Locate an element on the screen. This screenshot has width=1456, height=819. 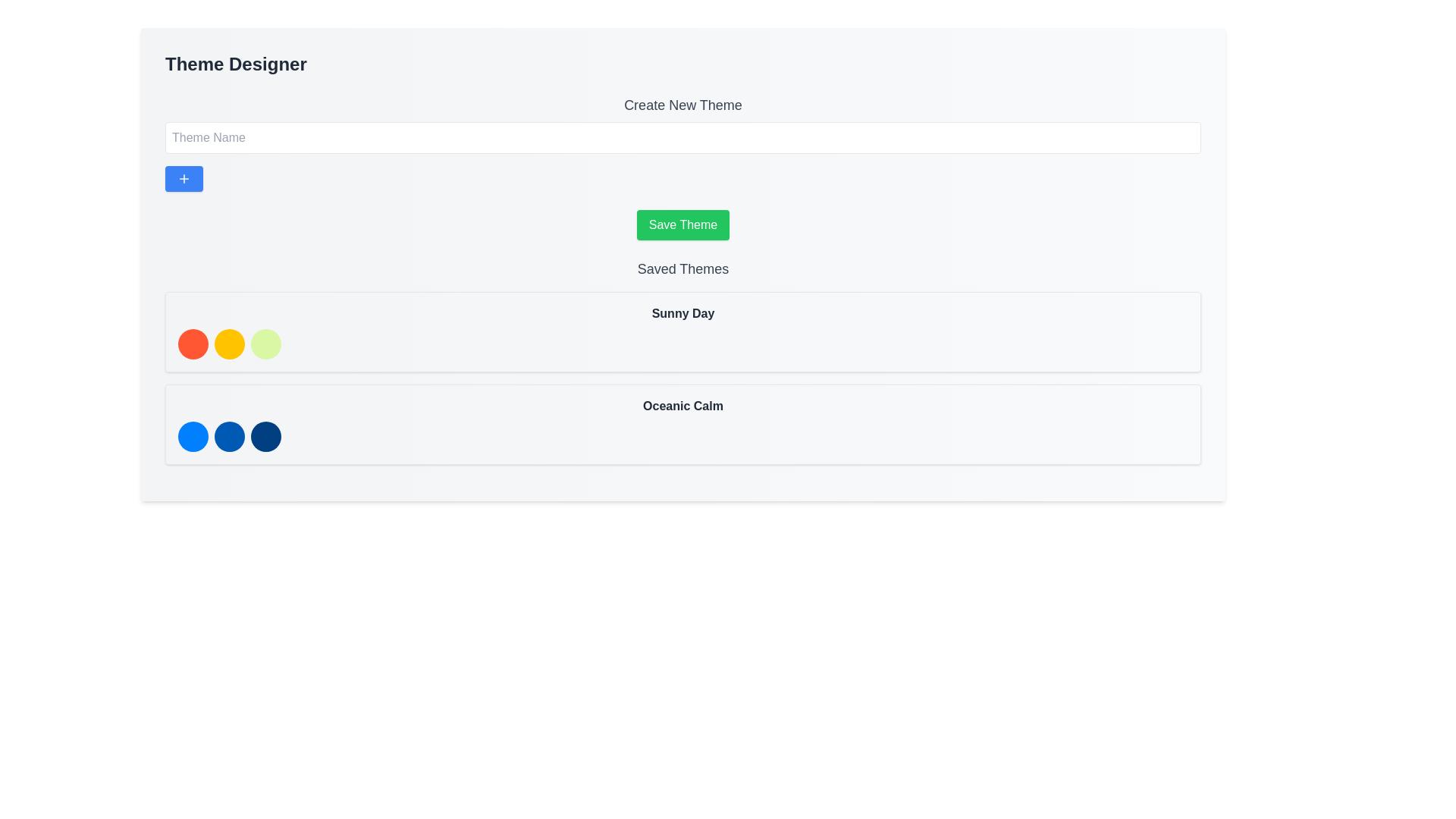
the middle blue circle in the 'Oceanic Calm' section to observe its color representation is located at coordinates (228, 436).